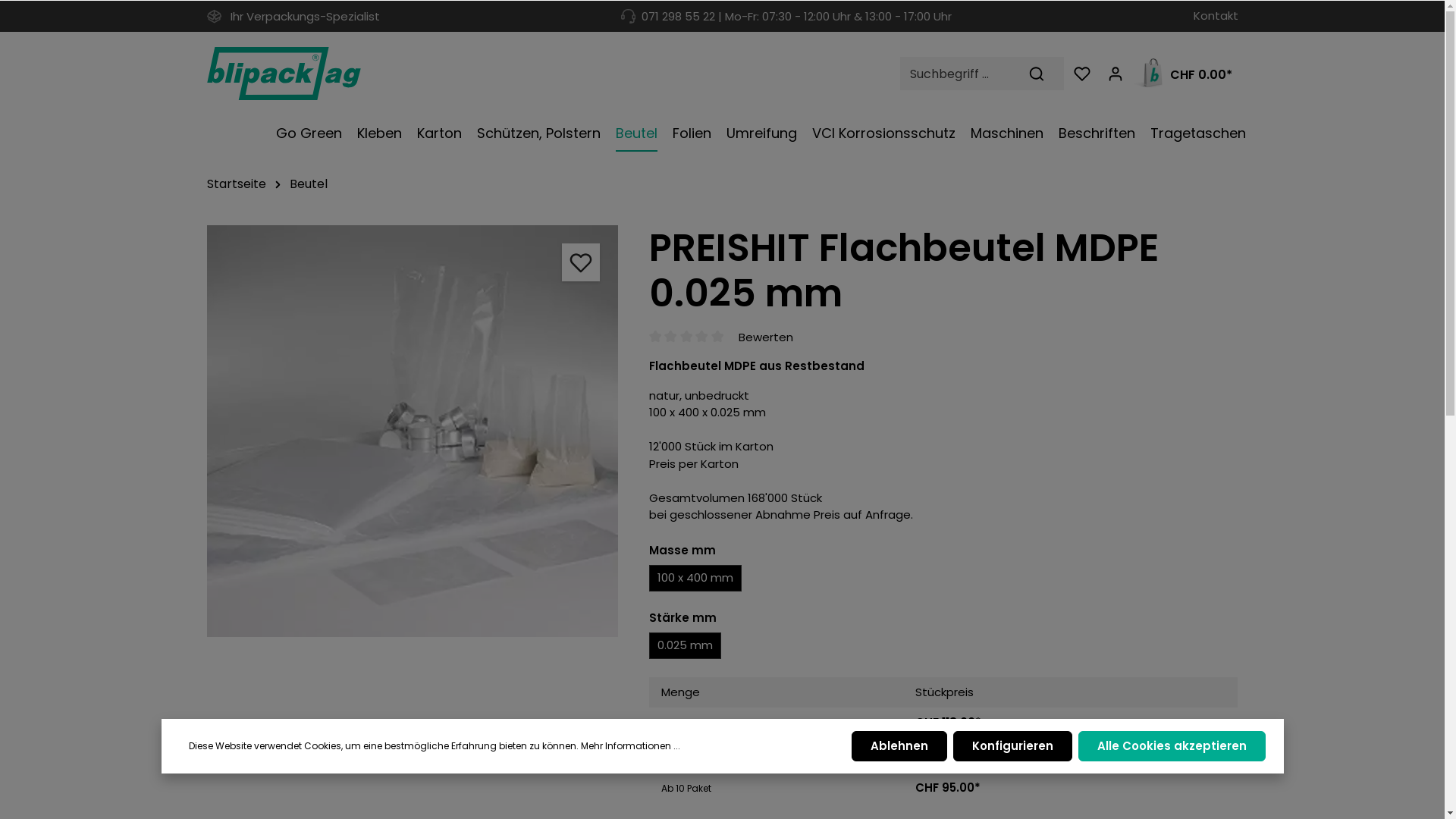  Describe the element at coordinates (1197, 133) in the screenshot. I see `'Tragetaschen'` at that location.